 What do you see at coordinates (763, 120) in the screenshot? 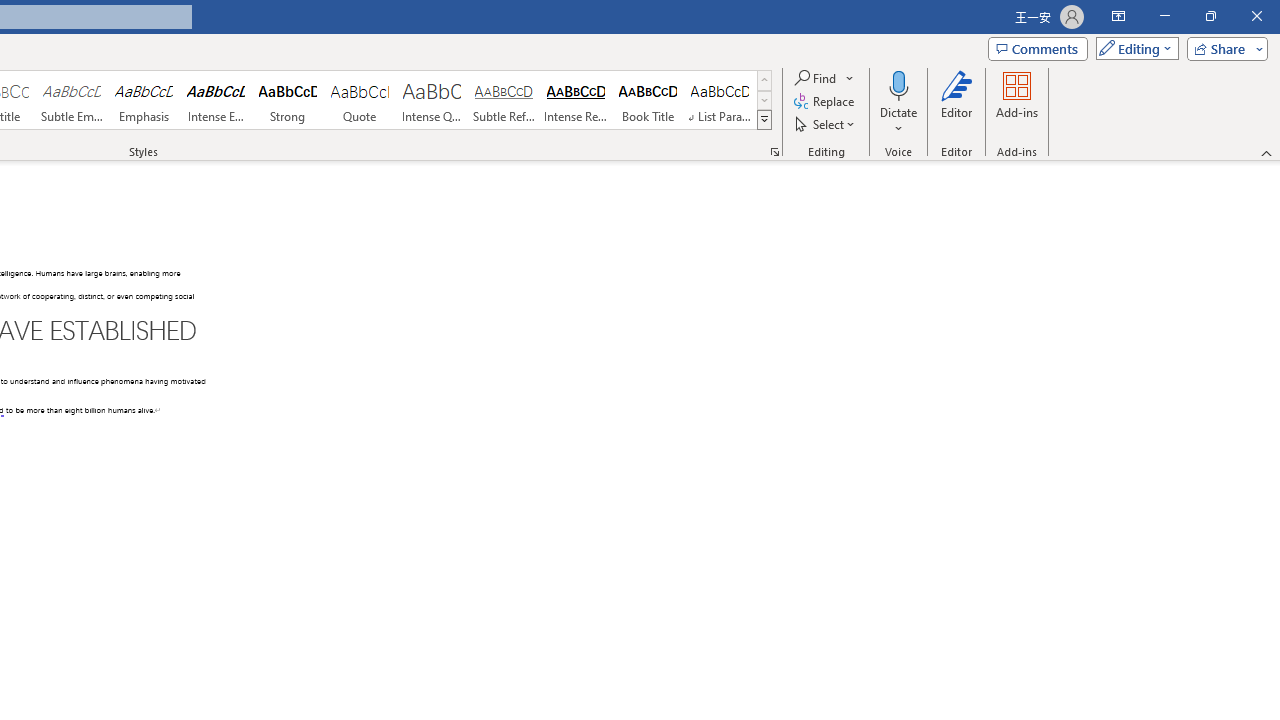
I see `'Styles'` at bounding box center [763, 120].